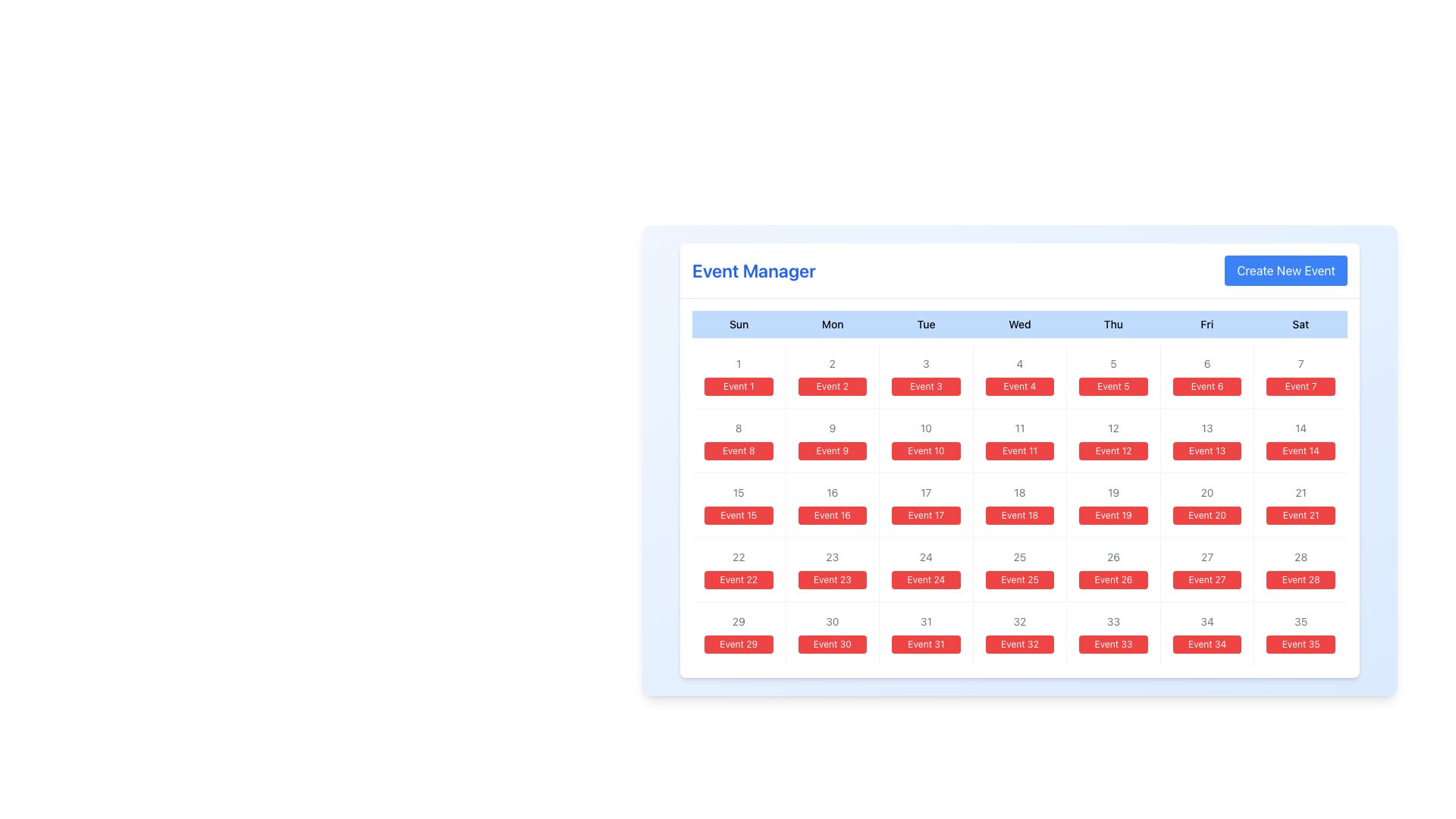  I want to click on the static text displaying the date number in the lower-right corner of the box labeled 'Event 31' in the calendar grid, so click(925, 622).